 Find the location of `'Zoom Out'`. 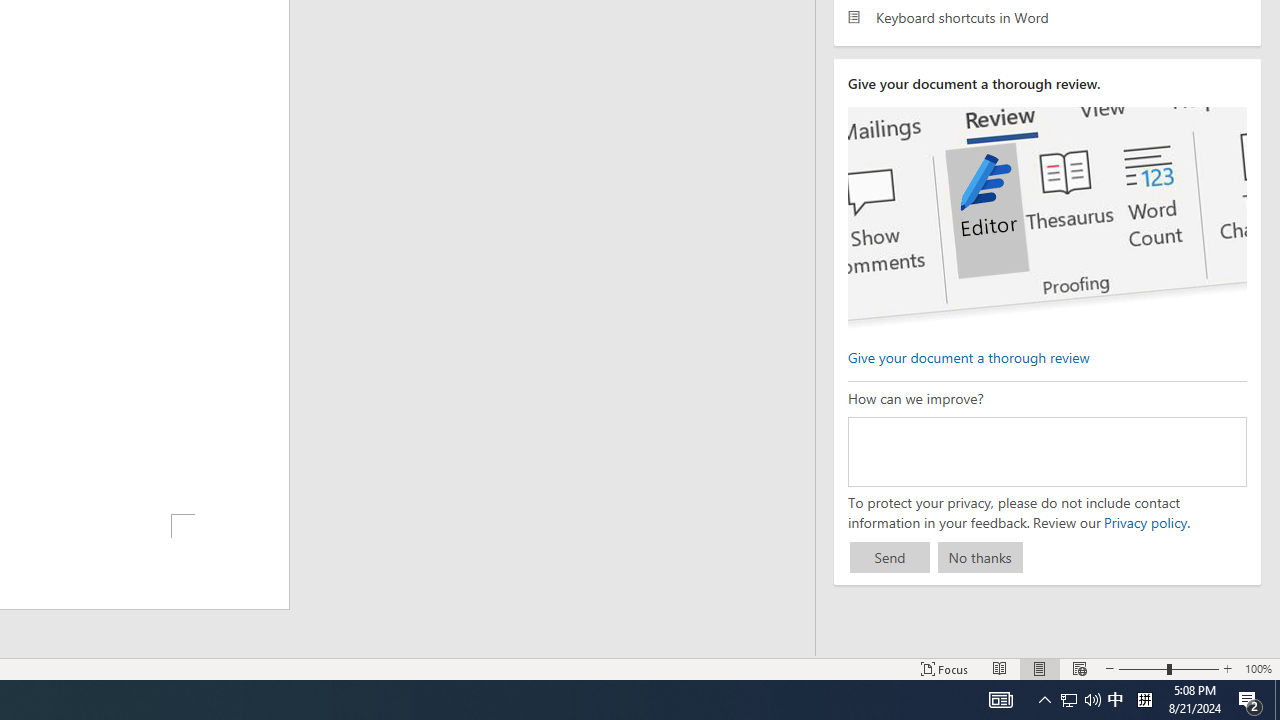

'Zoom Out' is located at coordinates (1143, 669).